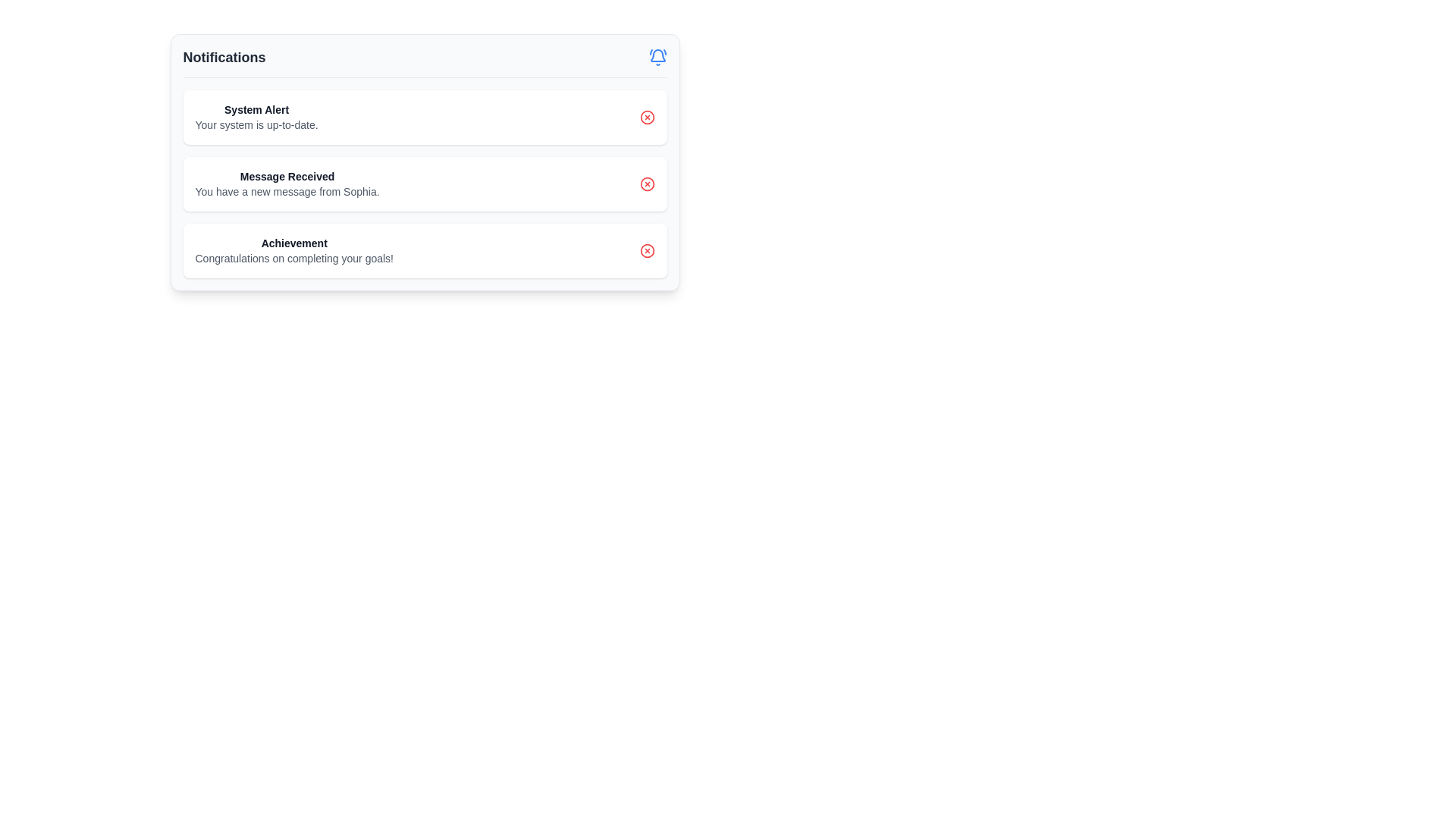 The width and height of the screenshot is (1456, 819). I want to click on the text label displaying 'Congratulations on completing your goals!' which is located below the title 'Achievement' in the notification list, so click(294, 257).